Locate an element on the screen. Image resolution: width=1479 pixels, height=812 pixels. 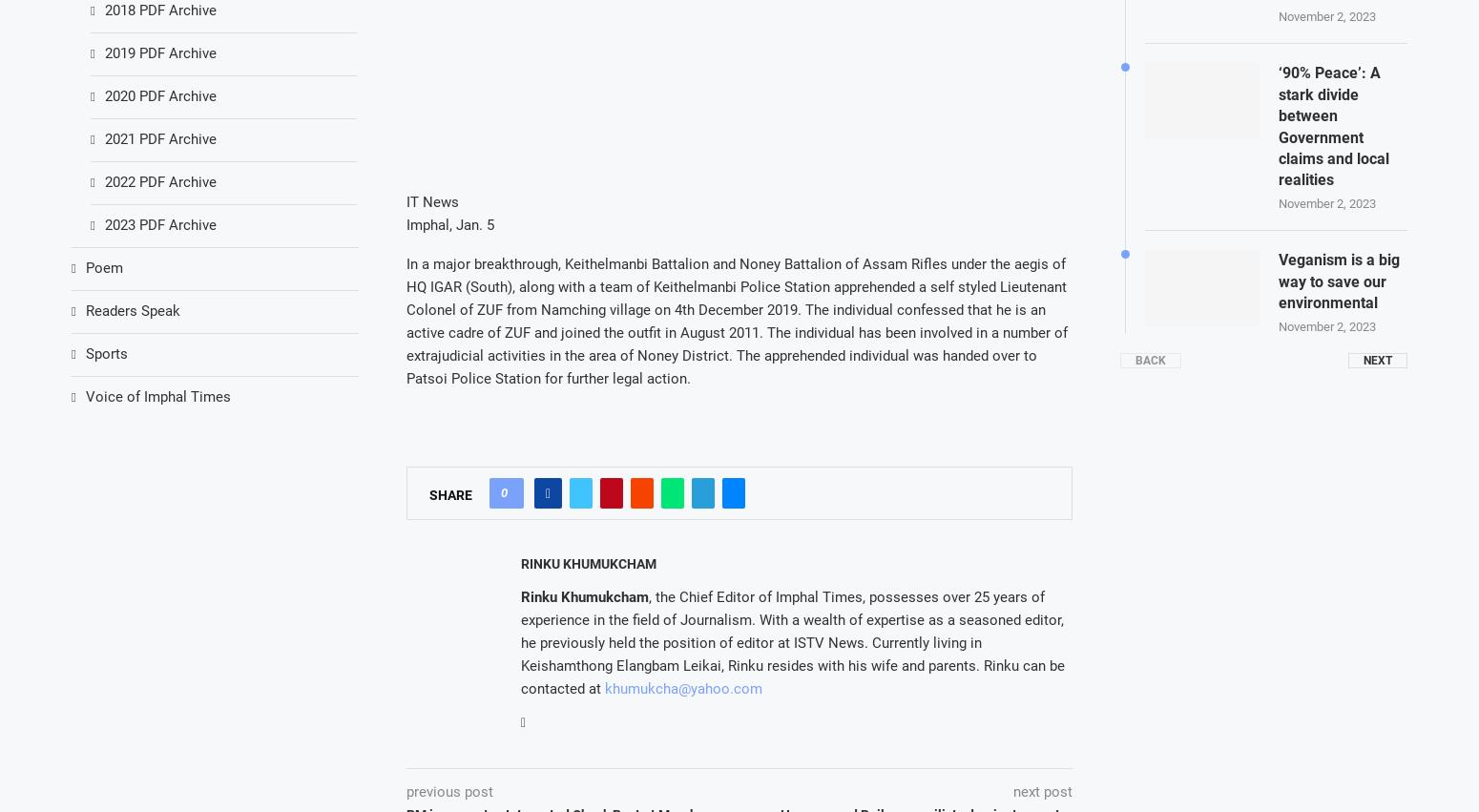
'‘90% Peace’: A stark divide between Government claims and local realities' is located at coordinates (1278, 126).